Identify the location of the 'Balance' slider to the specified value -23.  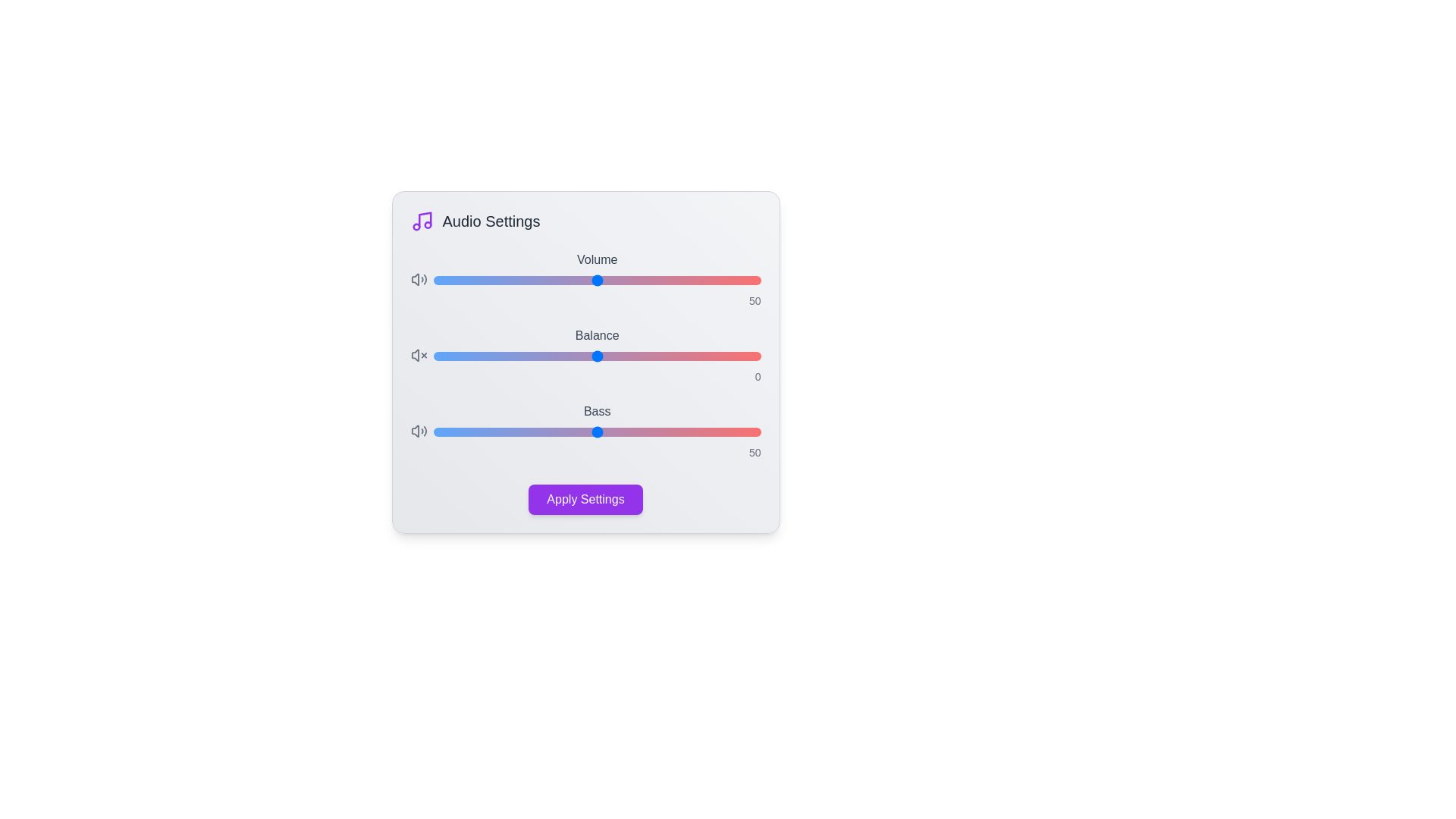
(522, 356).